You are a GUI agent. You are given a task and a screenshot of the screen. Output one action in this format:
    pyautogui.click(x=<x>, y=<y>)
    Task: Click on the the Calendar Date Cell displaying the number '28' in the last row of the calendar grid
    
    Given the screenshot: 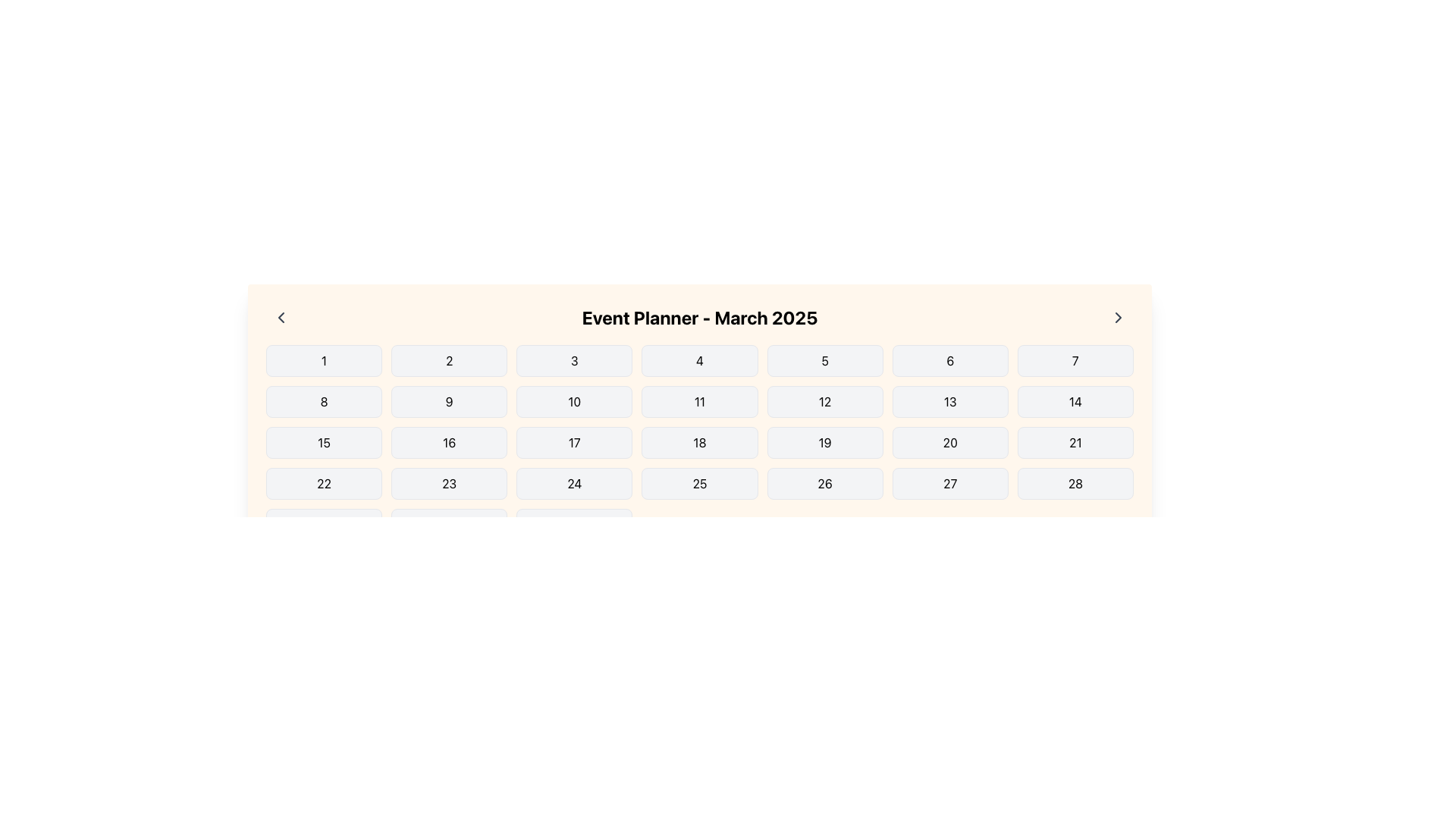 What is the action you would take?
    pyautogui.click(x=1075, y=483)
    